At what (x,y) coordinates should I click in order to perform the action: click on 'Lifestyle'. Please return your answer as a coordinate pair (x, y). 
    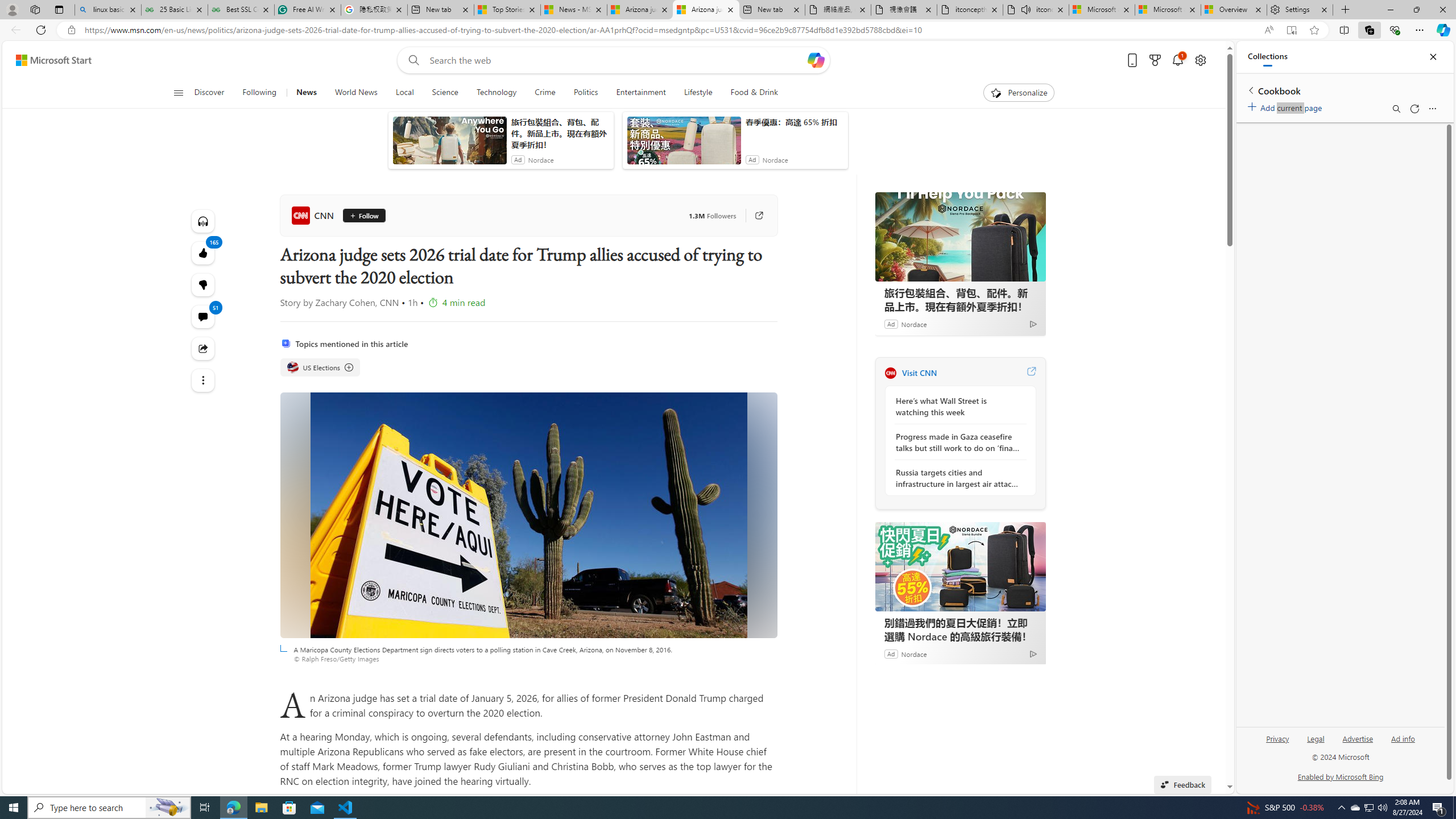
    Looking at the image, I should click on (698, 92).